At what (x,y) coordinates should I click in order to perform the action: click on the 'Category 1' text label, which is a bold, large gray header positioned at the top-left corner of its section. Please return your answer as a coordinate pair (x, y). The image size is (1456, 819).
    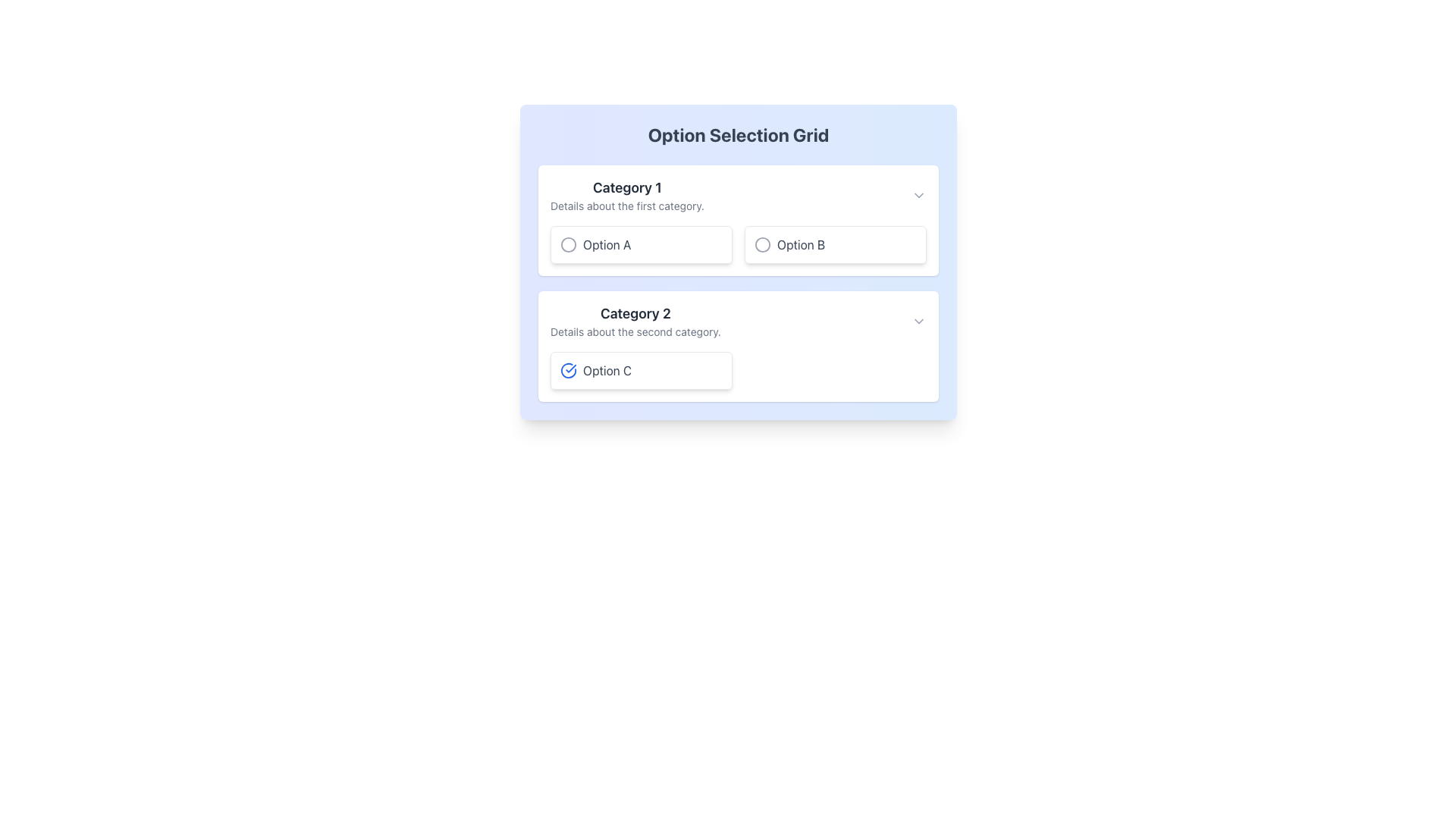
    Looking at the image, I should click on (627, 187).